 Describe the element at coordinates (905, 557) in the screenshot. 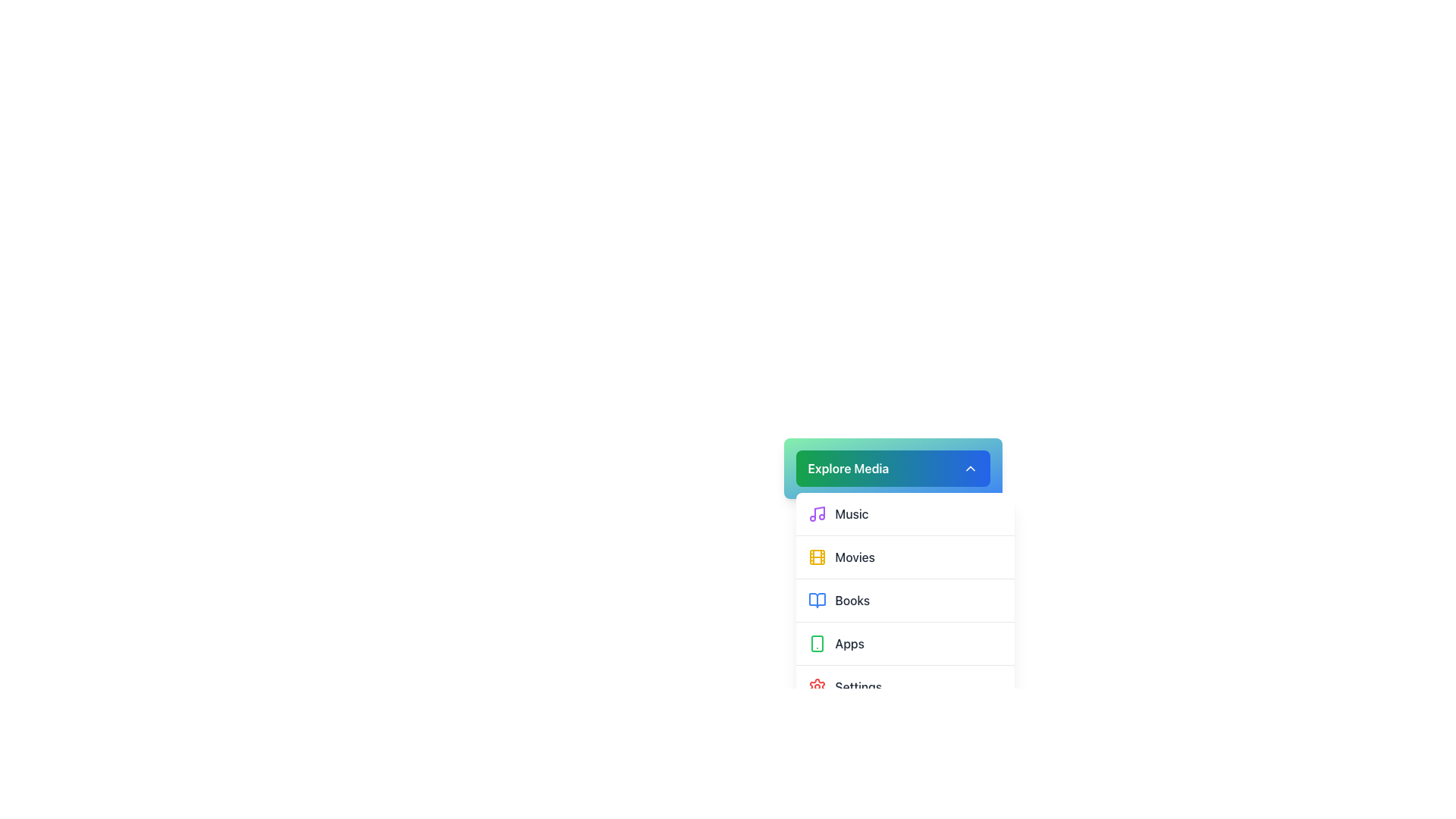

I see `the second button in the 'Explore Media' menu` at that location.